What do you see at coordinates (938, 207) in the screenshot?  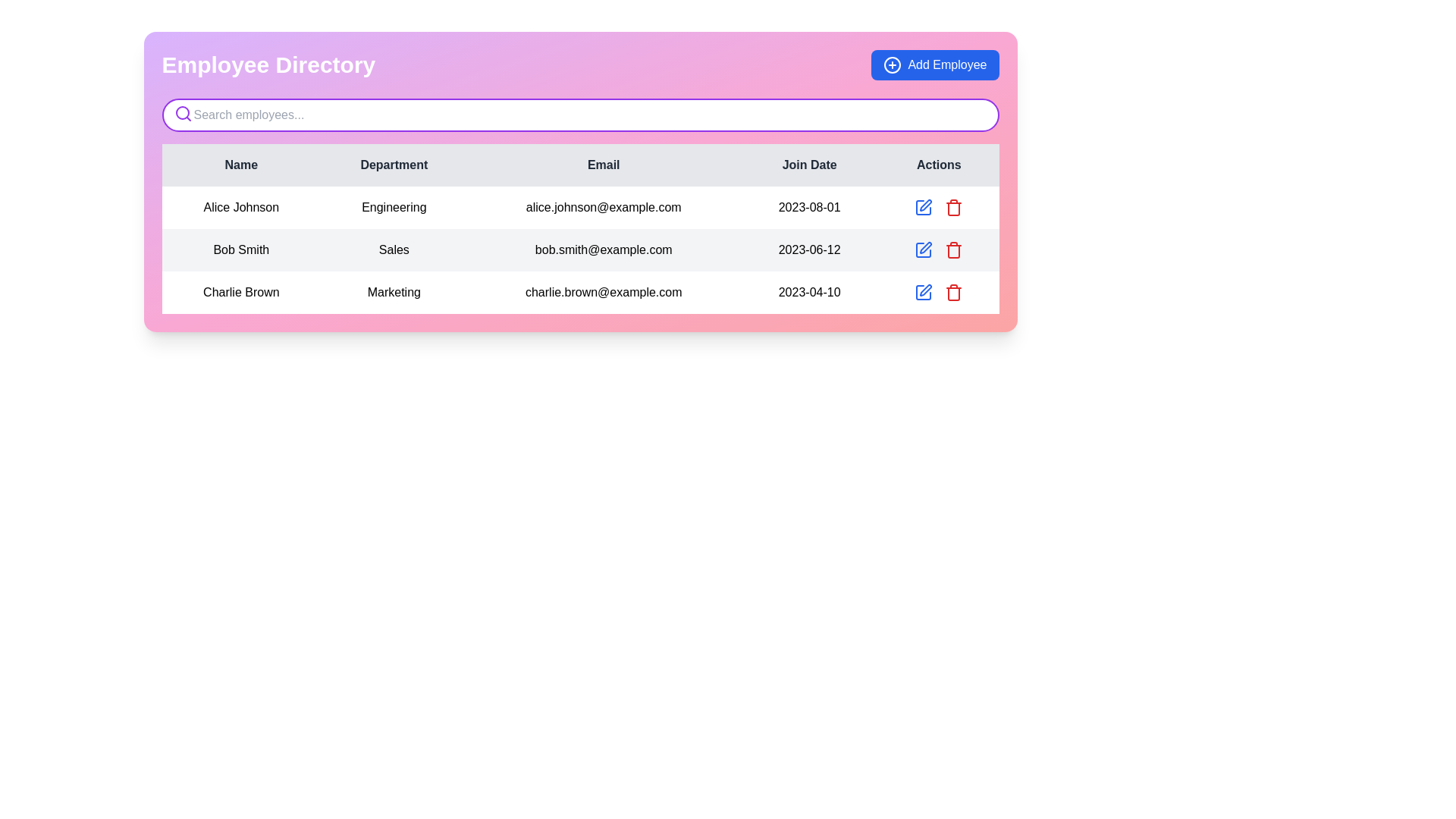 I see `the delete icon located in the last cell of the row corresponding to 'Alice Johnson' in the 'Actions' column of the table to initiate the delete process` at bounding box center [938, 207].